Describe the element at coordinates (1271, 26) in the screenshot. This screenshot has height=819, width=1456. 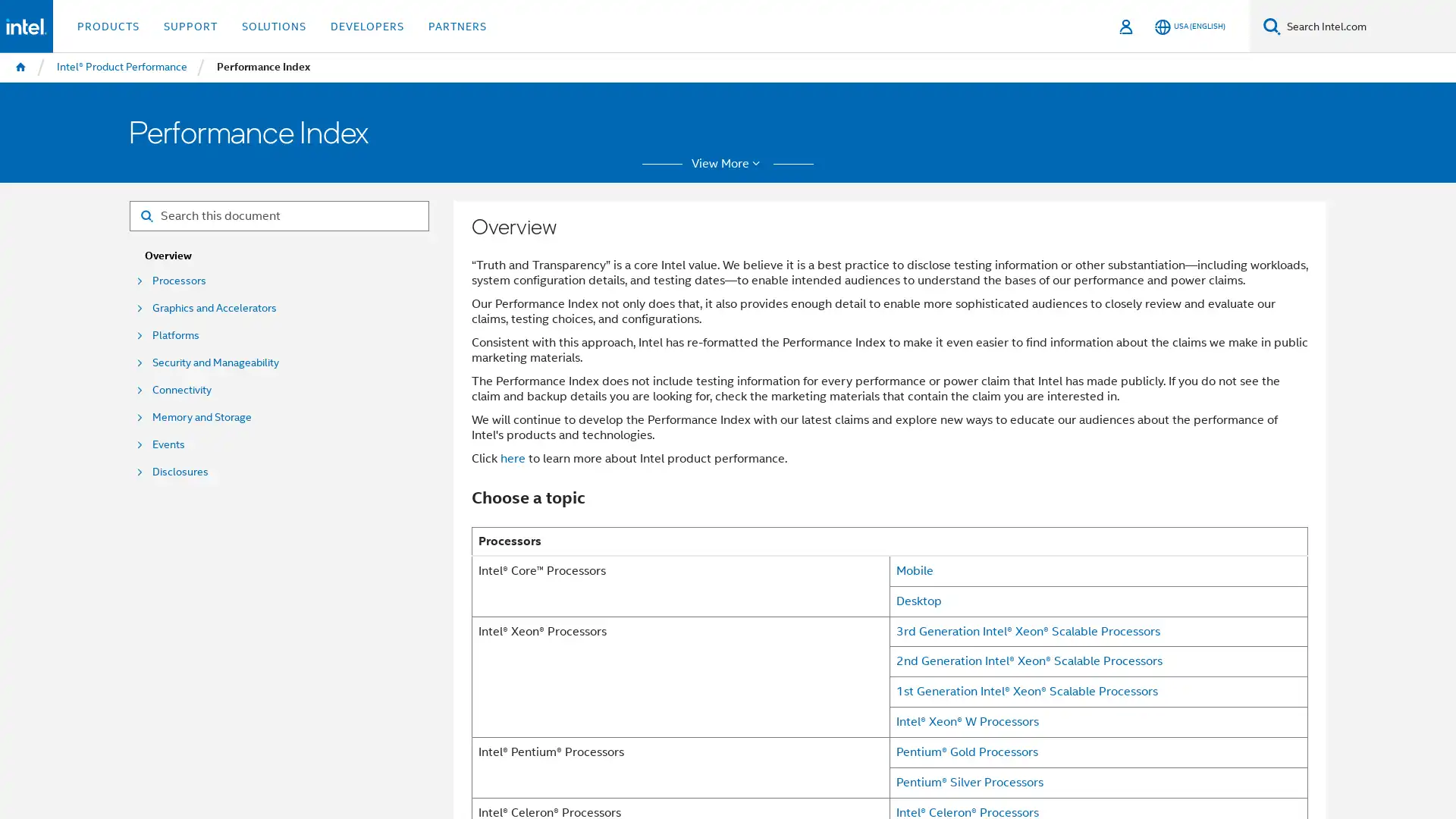
I see `Search` at that location.